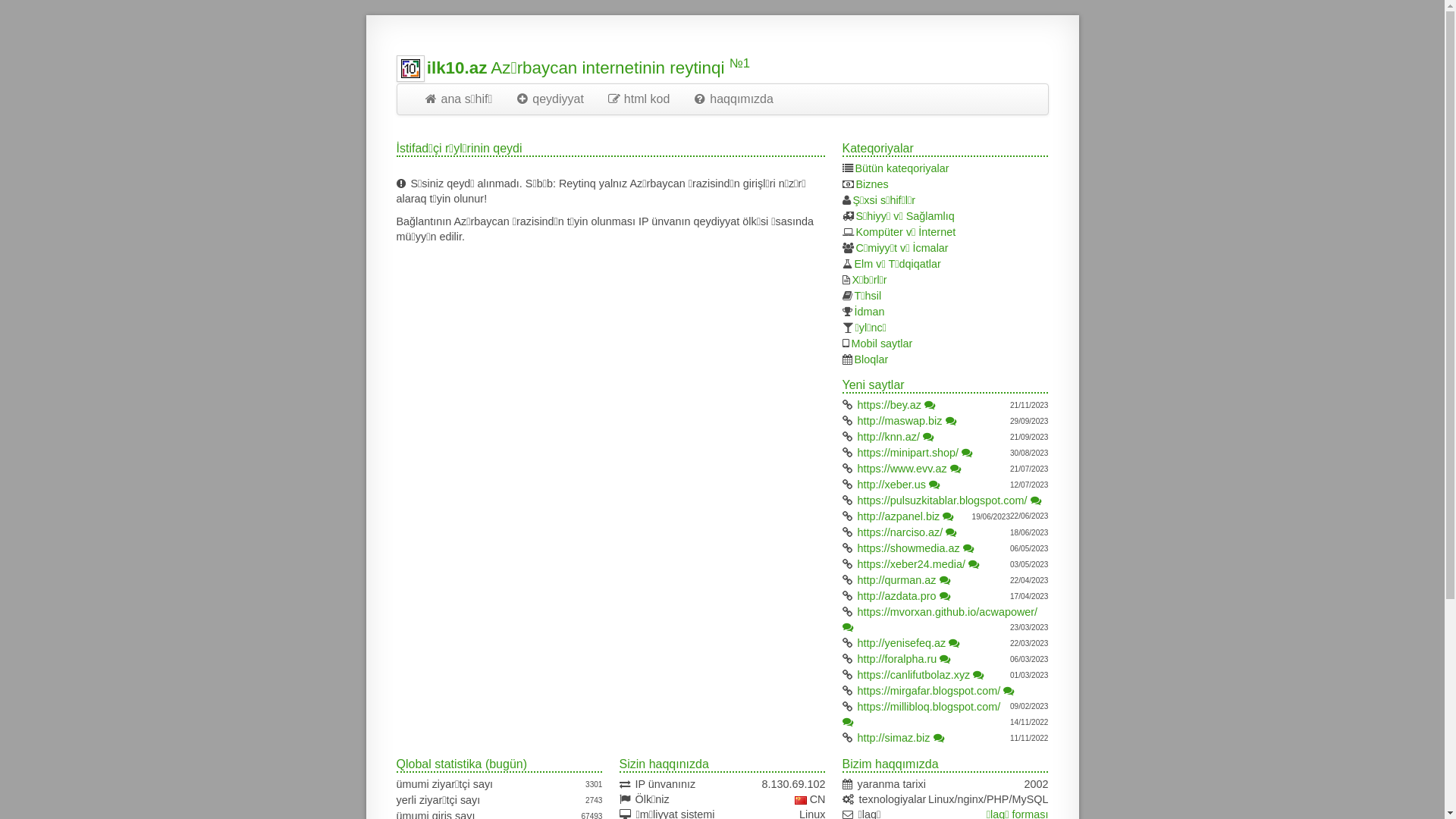 The height and width of the screenshot is (819, 1456). Describe the element at coordinates (896, 595) in the screenshot. I see `'http://azdata.pro'` at that location.